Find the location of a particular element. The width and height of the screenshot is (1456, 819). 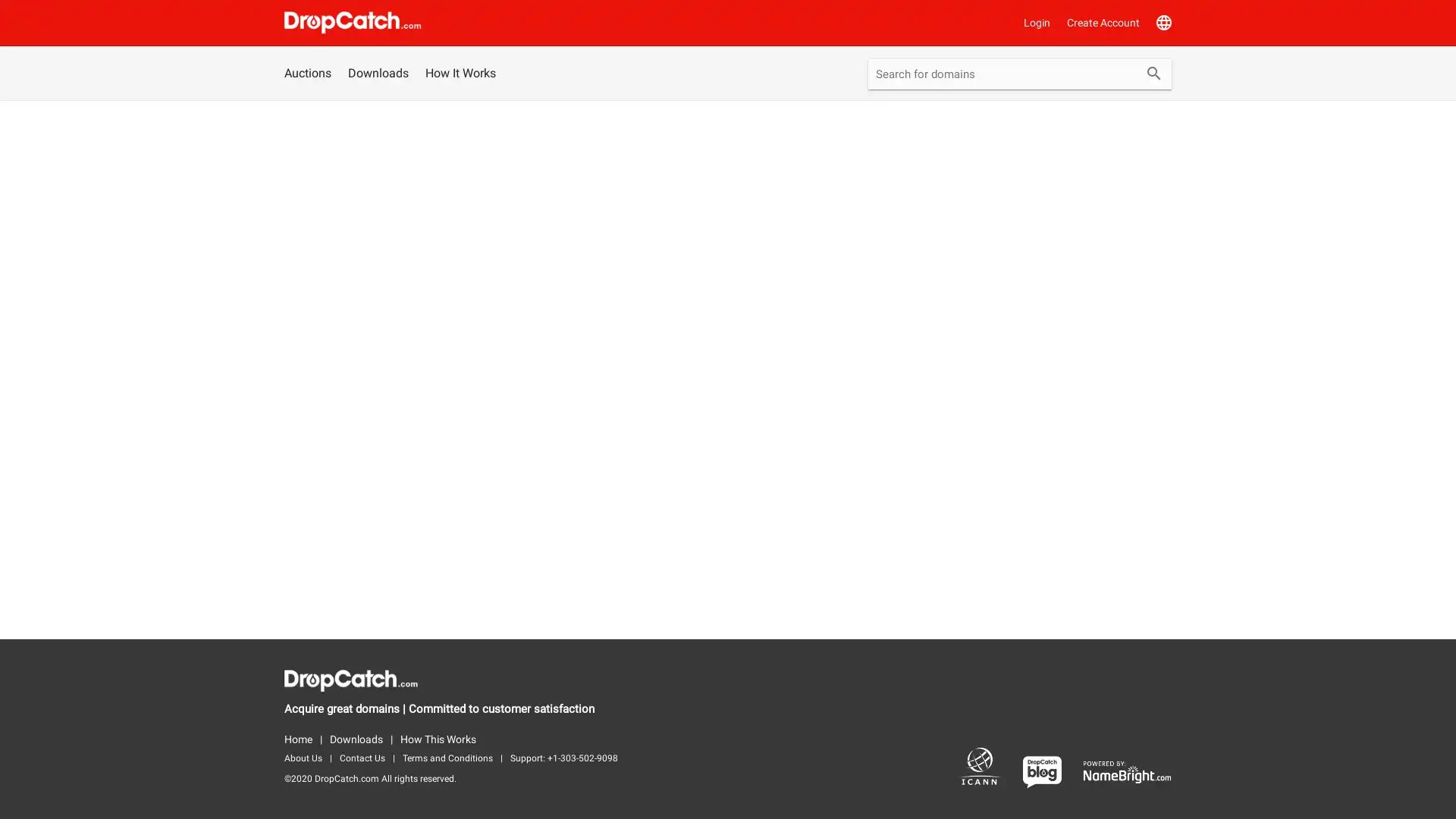

Bid is located at coordinates (1139, 332).